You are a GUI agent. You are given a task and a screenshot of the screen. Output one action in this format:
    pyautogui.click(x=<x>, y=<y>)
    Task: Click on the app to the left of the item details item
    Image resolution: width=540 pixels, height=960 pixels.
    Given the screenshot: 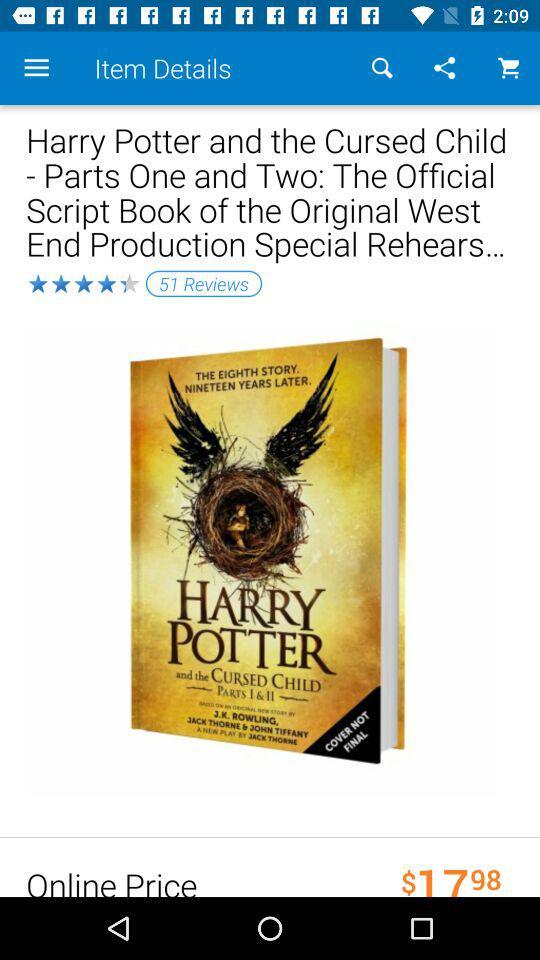 What is the action you would take?
    pyautogui.click(x=36, y=68)
    